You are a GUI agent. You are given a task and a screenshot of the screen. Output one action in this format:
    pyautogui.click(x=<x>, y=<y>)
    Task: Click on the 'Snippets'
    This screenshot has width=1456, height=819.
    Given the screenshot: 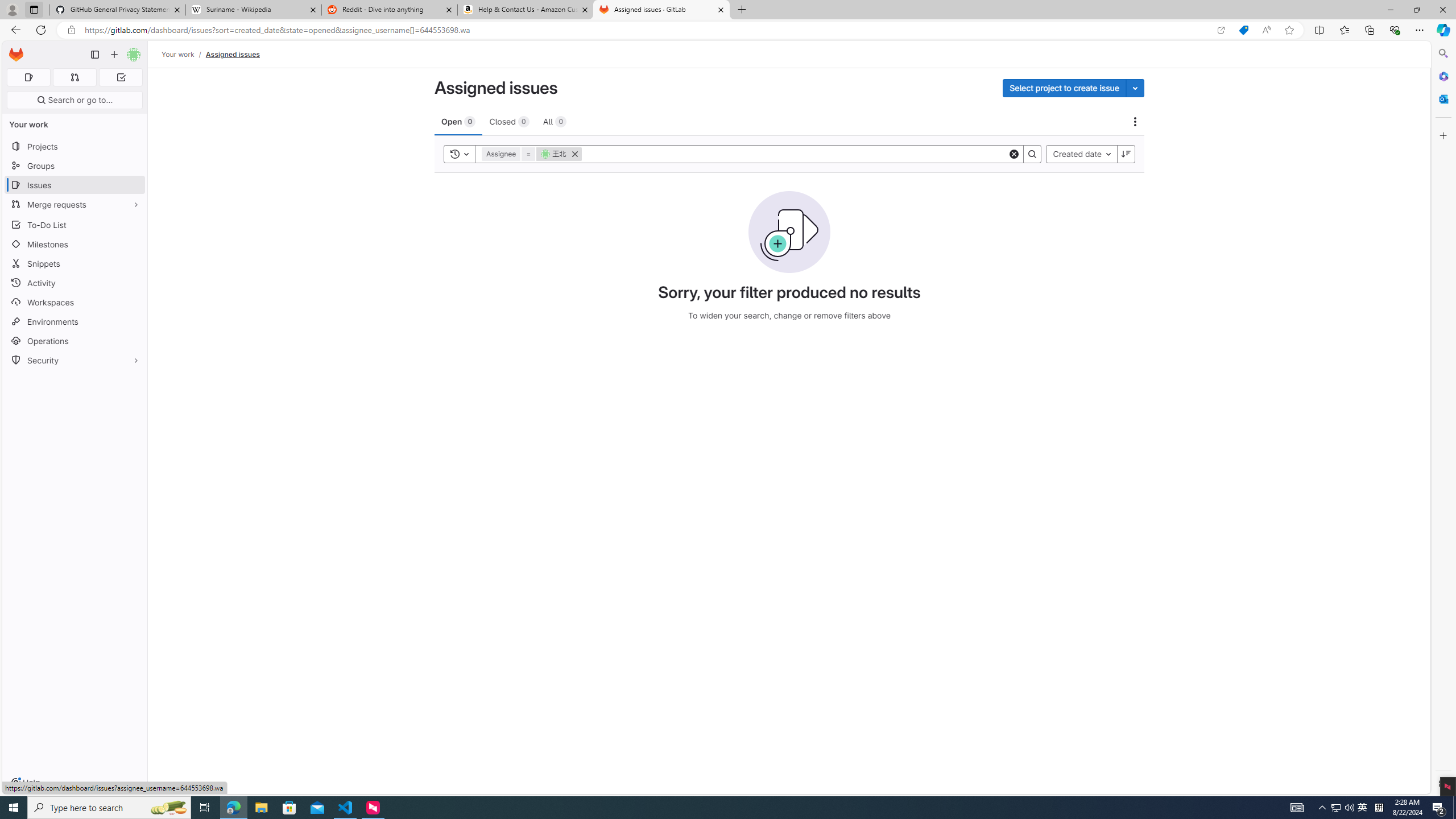 What is the action you would take?
    pyautogui.click(x=74, y=263)
    